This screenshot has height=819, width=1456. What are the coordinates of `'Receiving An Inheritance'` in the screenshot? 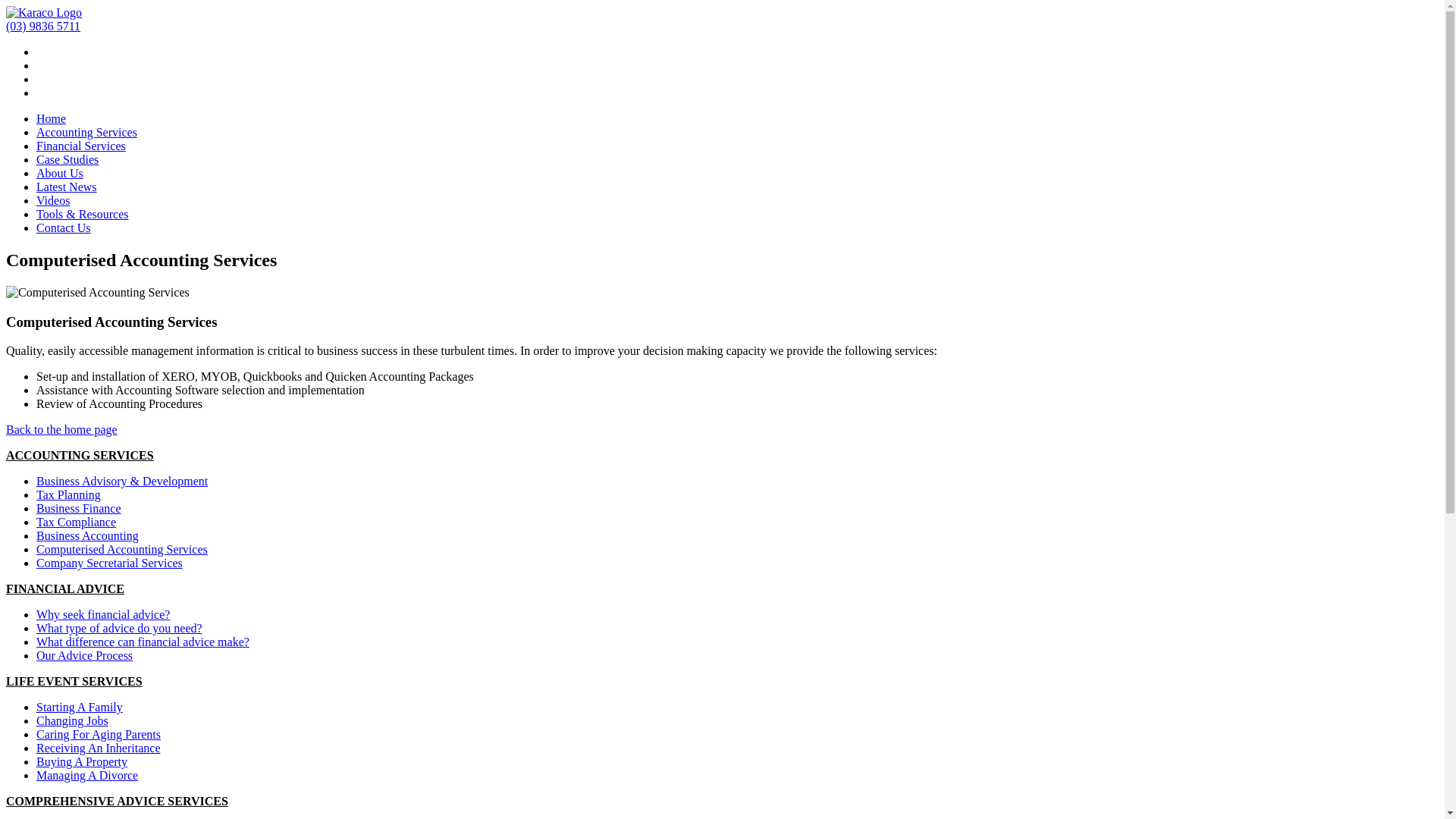 It's located at (97, 747).